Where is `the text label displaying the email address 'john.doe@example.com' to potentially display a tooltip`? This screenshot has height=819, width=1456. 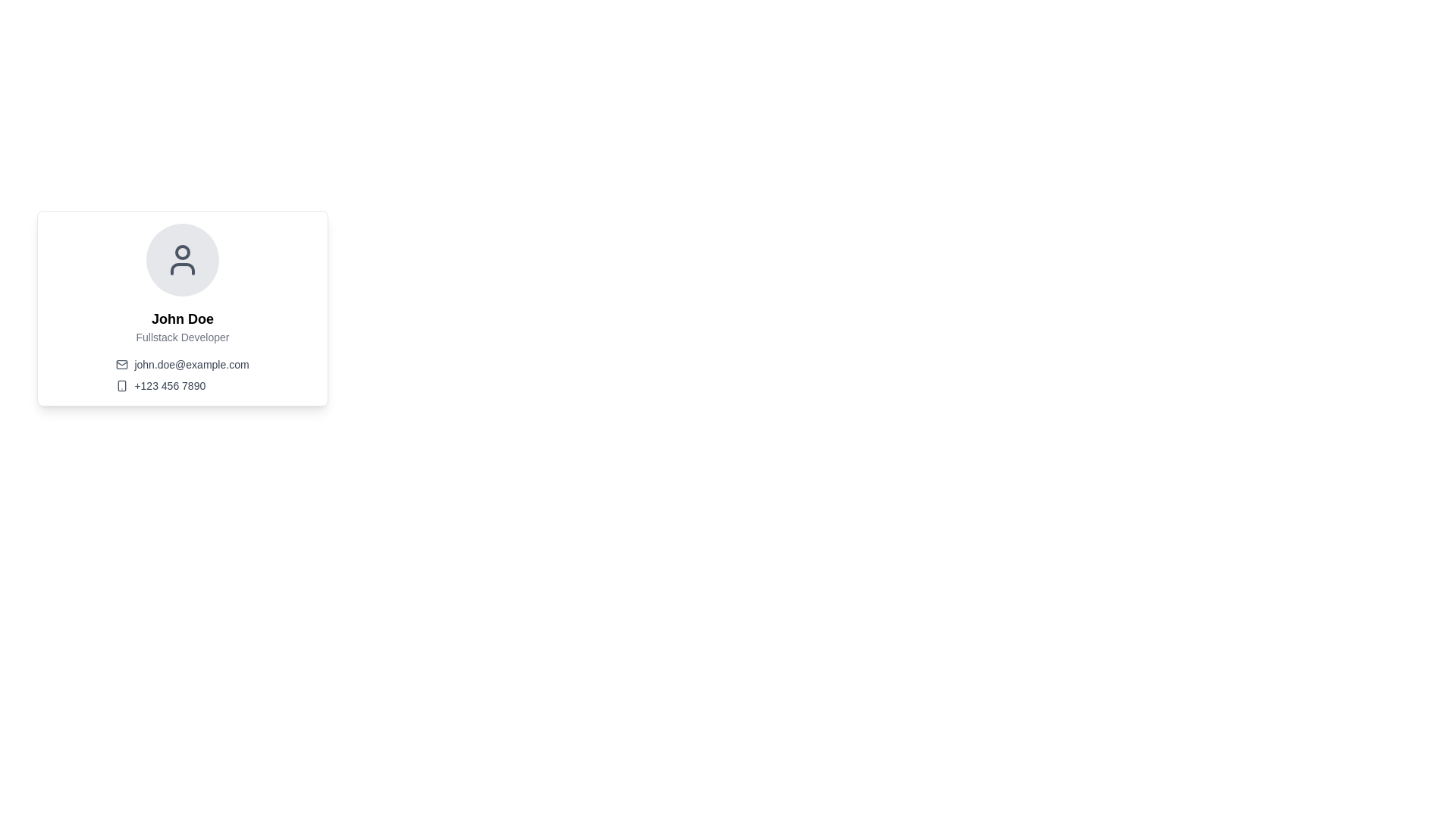
the text label displaying the email address 'john.doe@example.com' to potentially display a tooltip is located at coordinates (191, 365).